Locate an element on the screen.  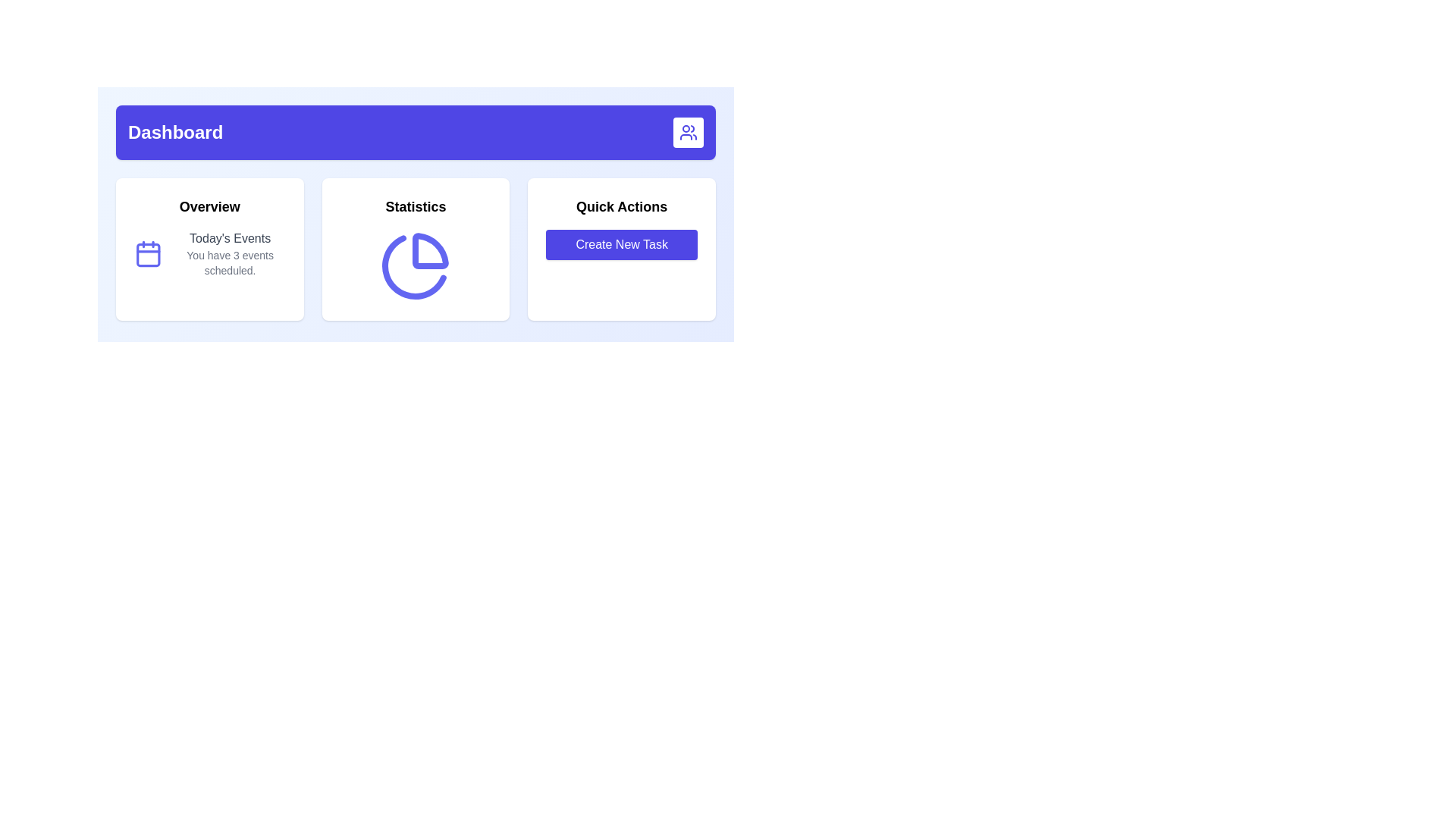
the static informational text block displaying the number of events scheduled for the current day, located beneath the 'Overview' heading on the leftmost panel is located at coordinates (229, 253).